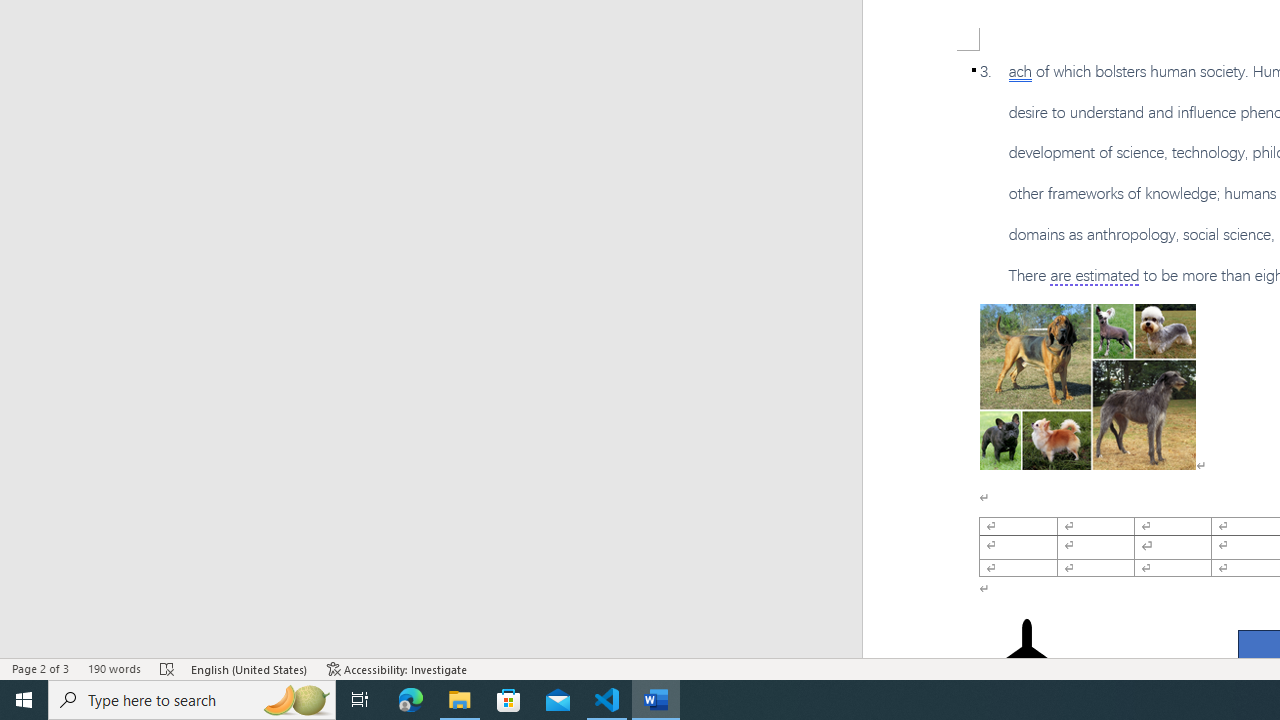 The width and height of the screenshot is (1280, 720). I want to click on 'Language English (United States)', so click(249, 669).